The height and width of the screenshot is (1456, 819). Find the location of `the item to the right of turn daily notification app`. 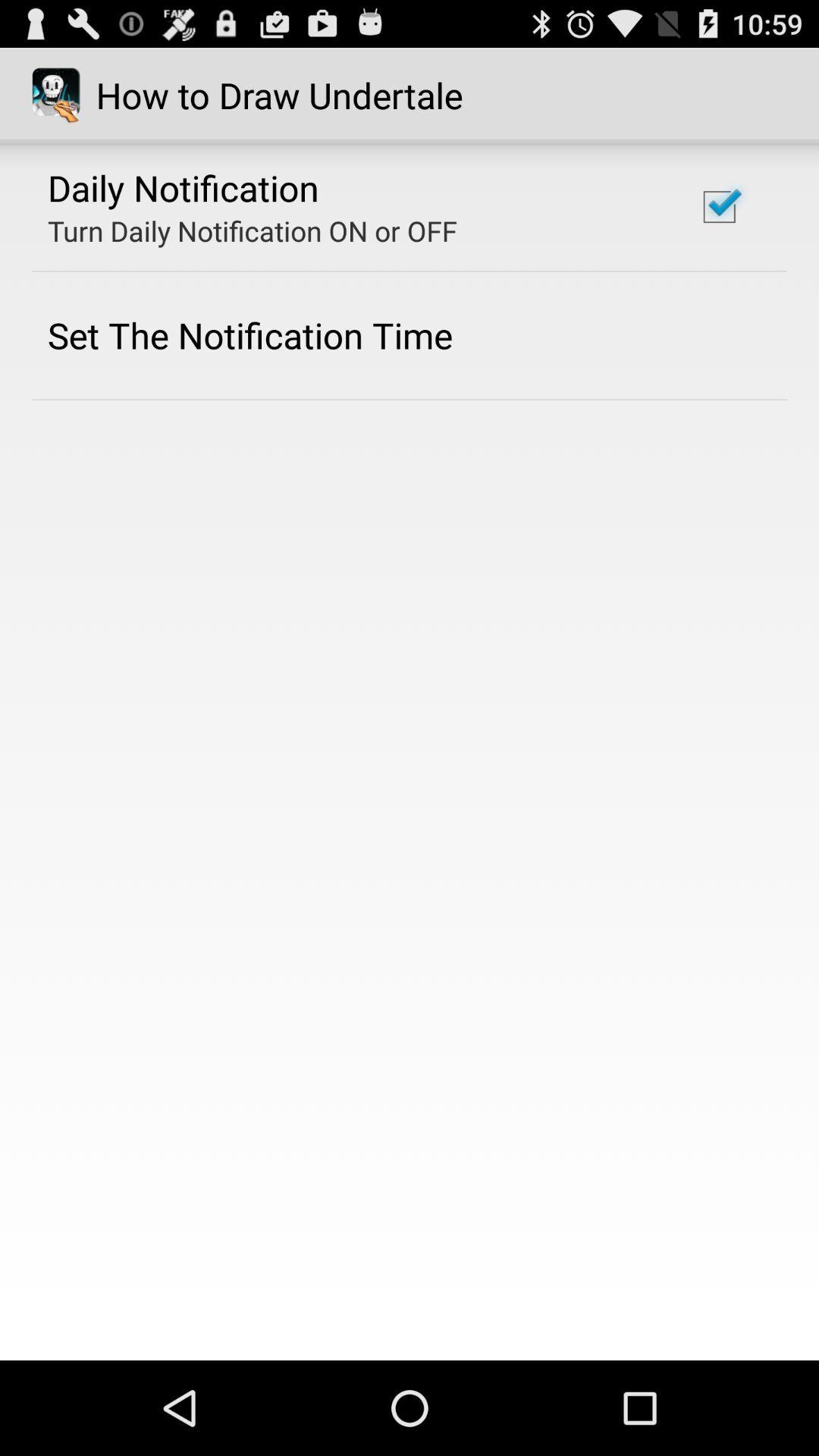

the item to the right of turn daily notification app is located at coordinates (718, 206).